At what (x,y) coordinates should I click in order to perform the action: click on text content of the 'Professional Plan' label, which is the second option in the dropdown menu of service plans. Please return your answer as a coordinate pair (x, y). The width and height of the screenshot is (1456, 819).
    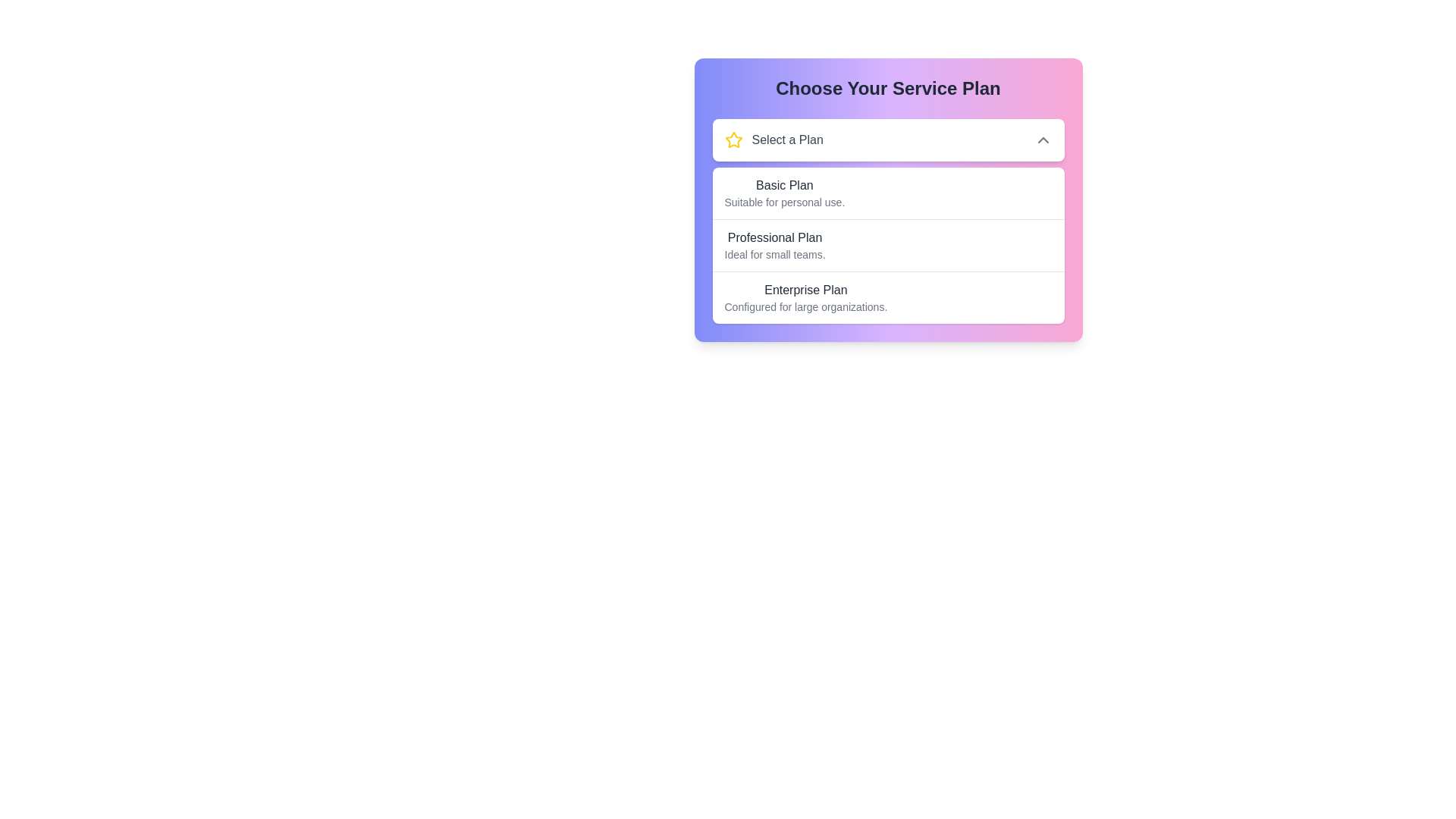
    Looking at the image, I should click on (775, 237).